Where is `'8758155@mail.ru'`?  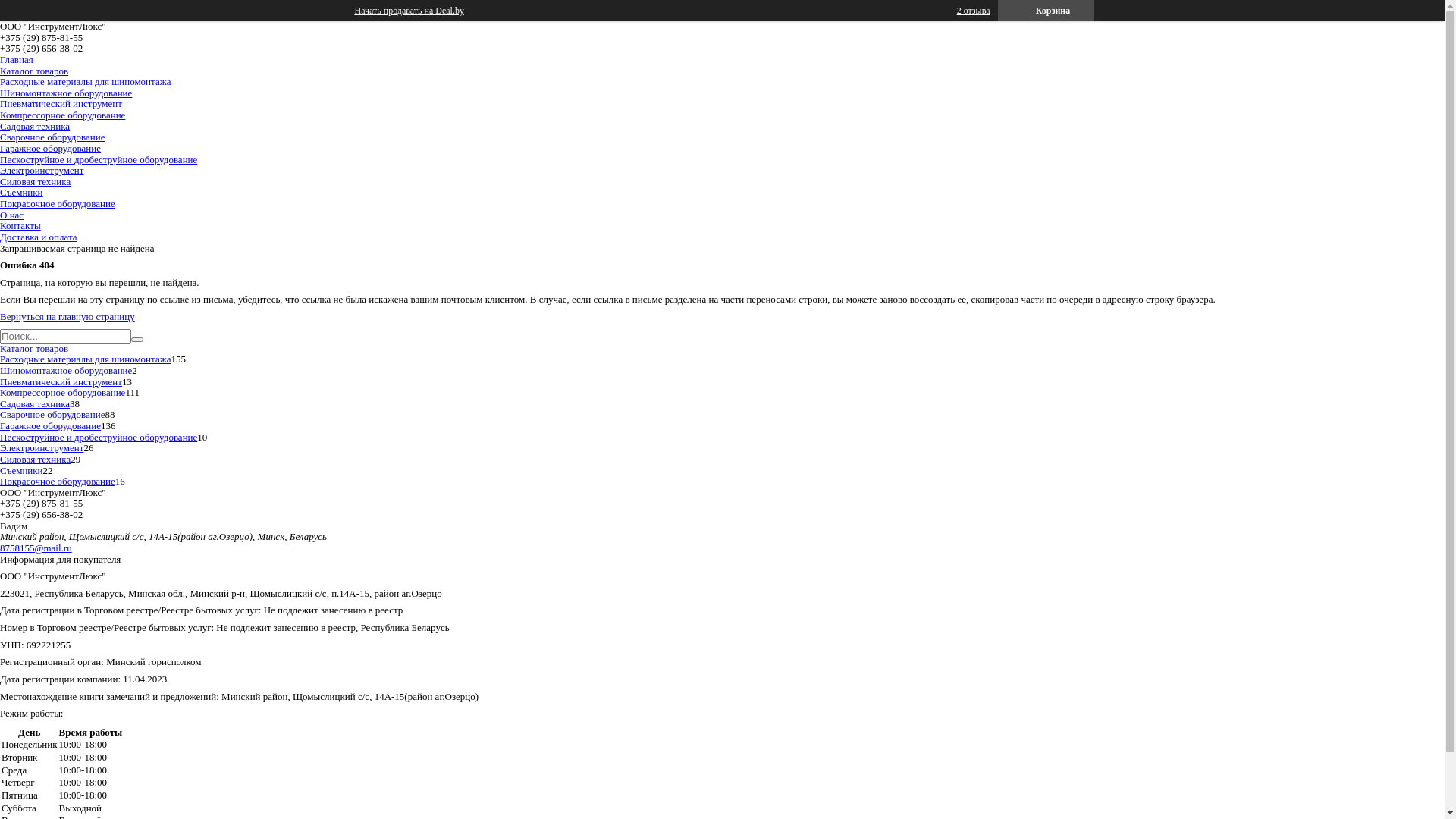
'8758155@mail.ru' is located at coordinates (36, 548).